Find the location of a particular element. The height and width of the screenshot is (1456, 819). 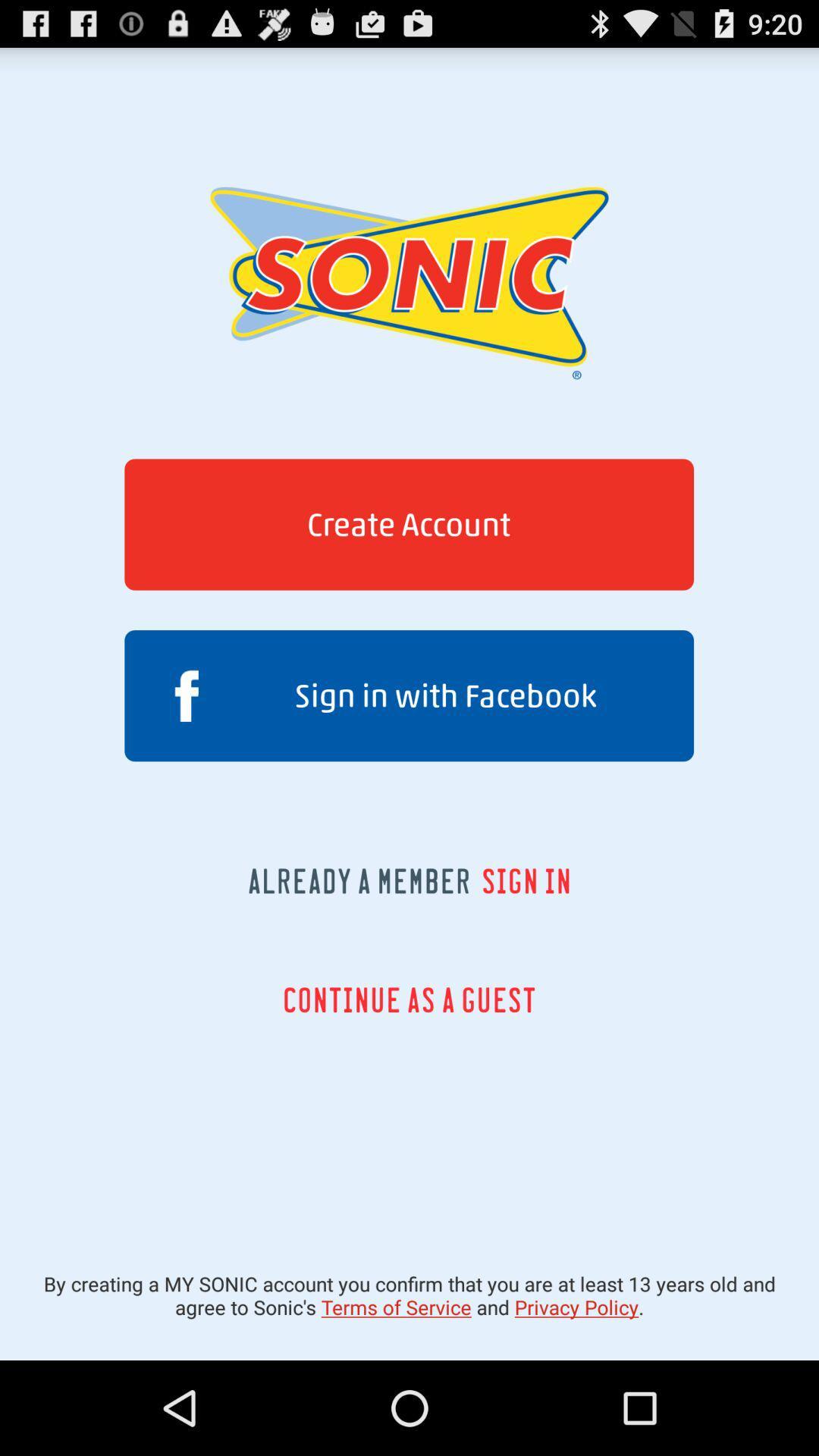

by creating a app is located at coordinates (409, 1294).